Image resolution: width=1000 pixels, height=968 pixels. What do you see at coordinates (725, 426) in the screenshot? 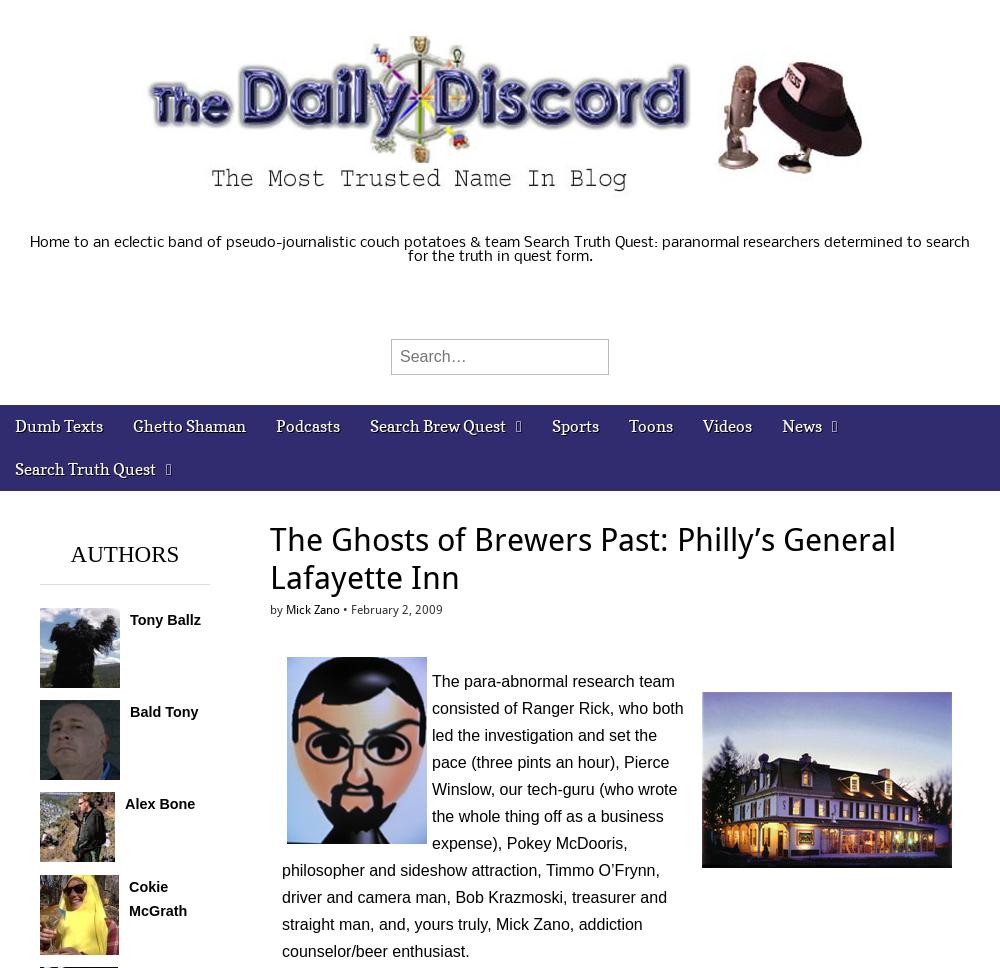
I see `'Videos'` at bounding box center [725, 426].